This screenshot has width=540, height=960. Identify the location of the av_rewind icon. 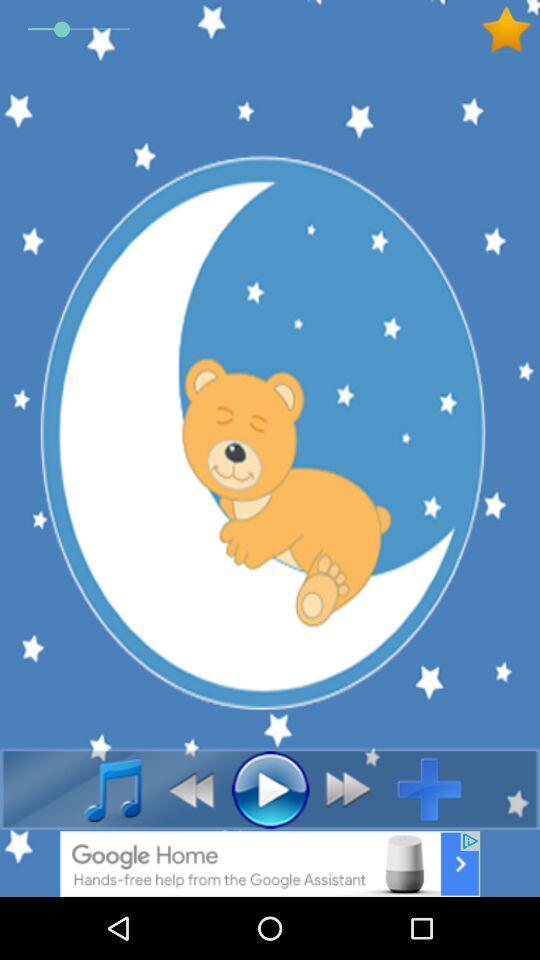
(185, 789).